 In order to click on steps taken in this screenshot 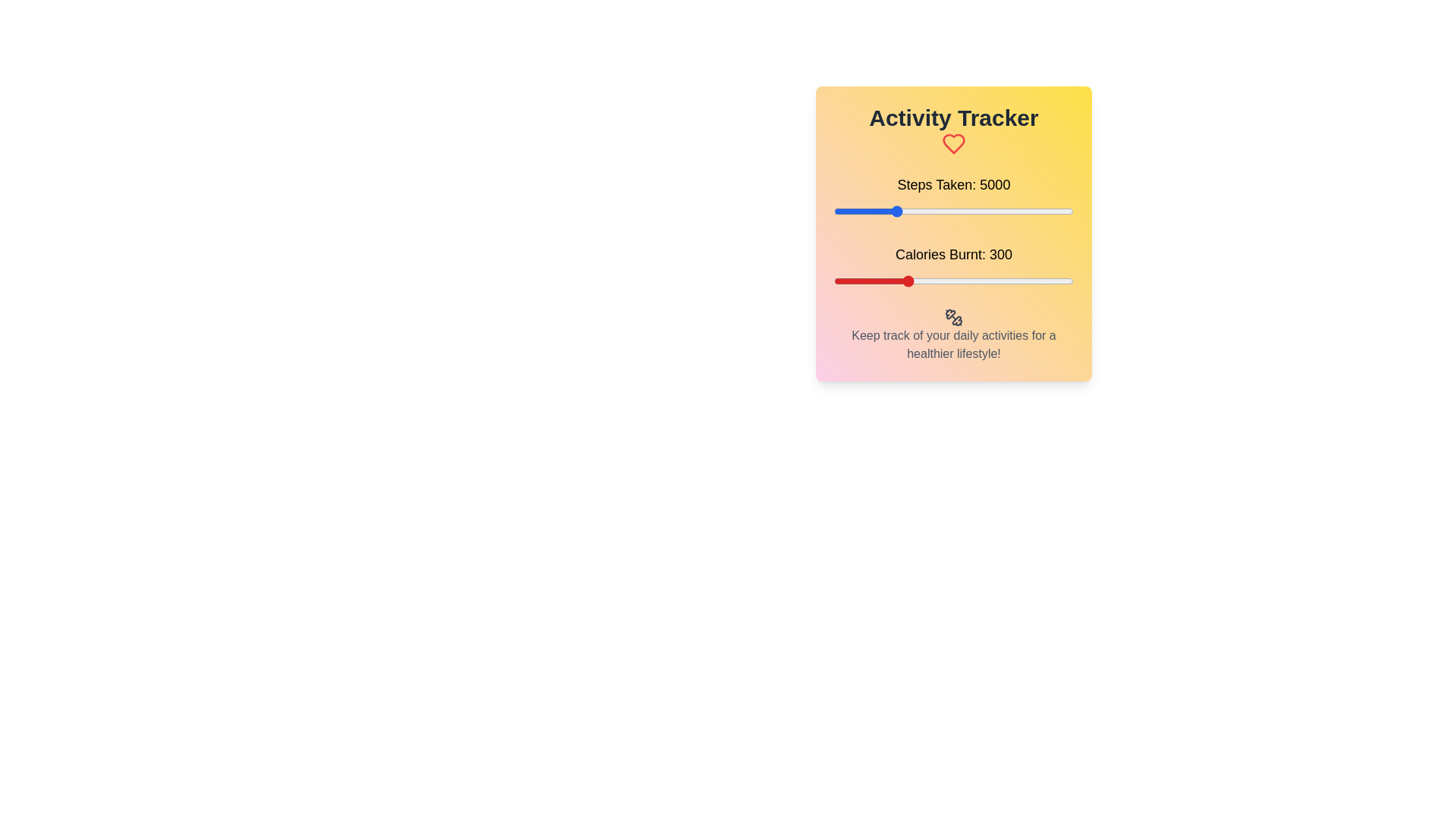, I will do `click(931, 211)`.